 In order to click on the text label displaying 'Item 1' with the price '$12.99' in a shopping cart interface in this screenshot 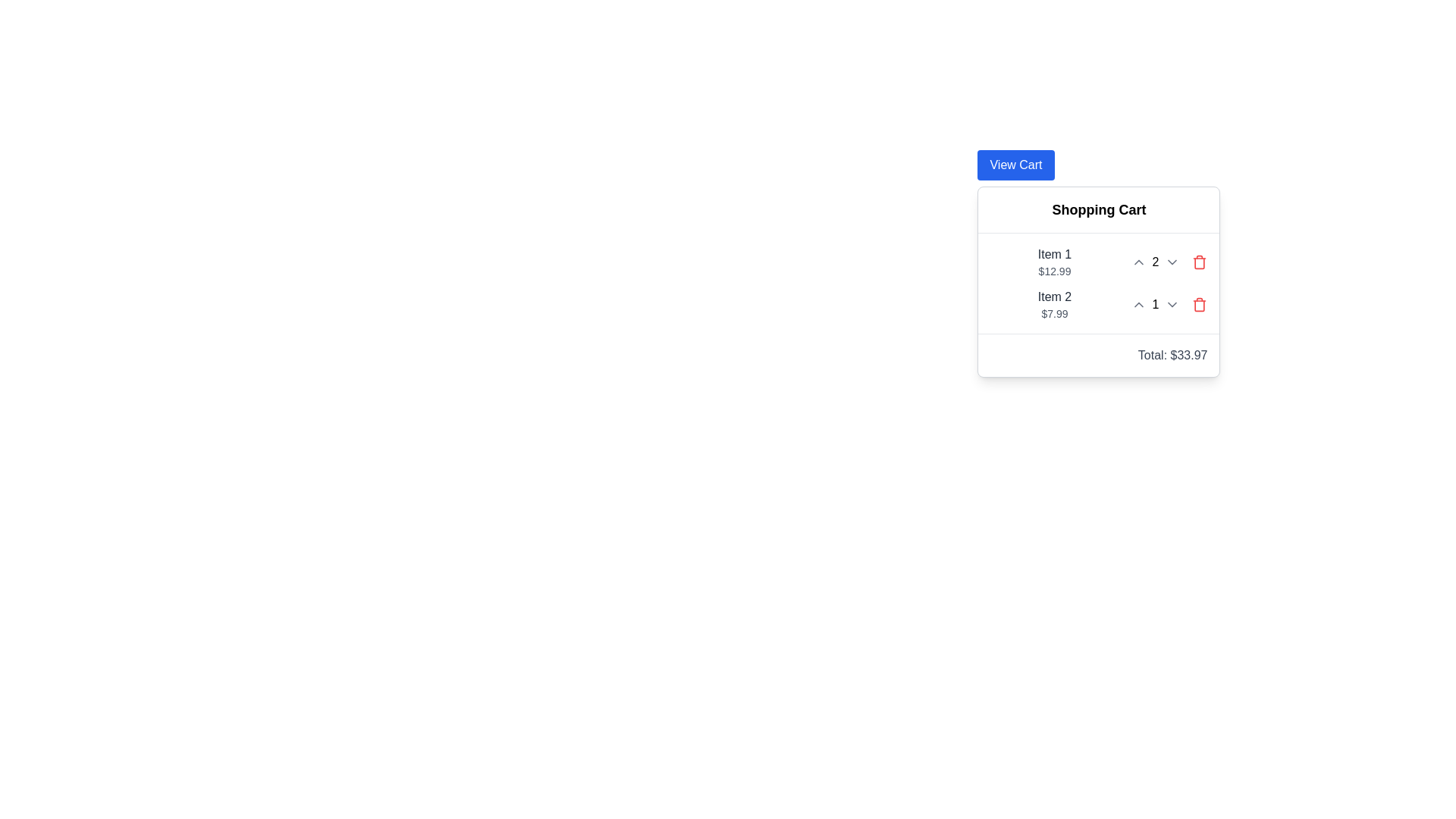, I will do `click(1054, 262)`.